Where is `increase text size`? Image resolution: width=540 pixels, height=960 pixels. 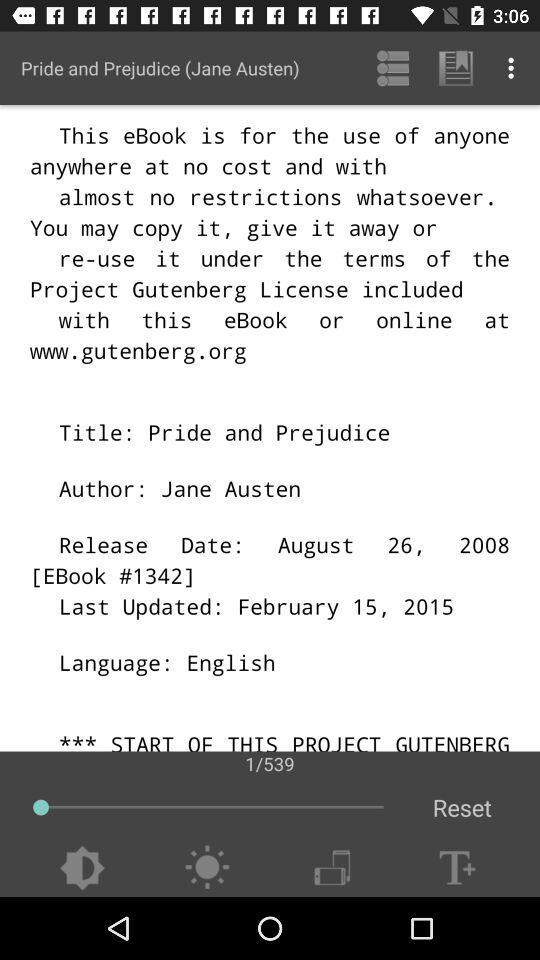 increase text size is located at coordinates (457, 867).